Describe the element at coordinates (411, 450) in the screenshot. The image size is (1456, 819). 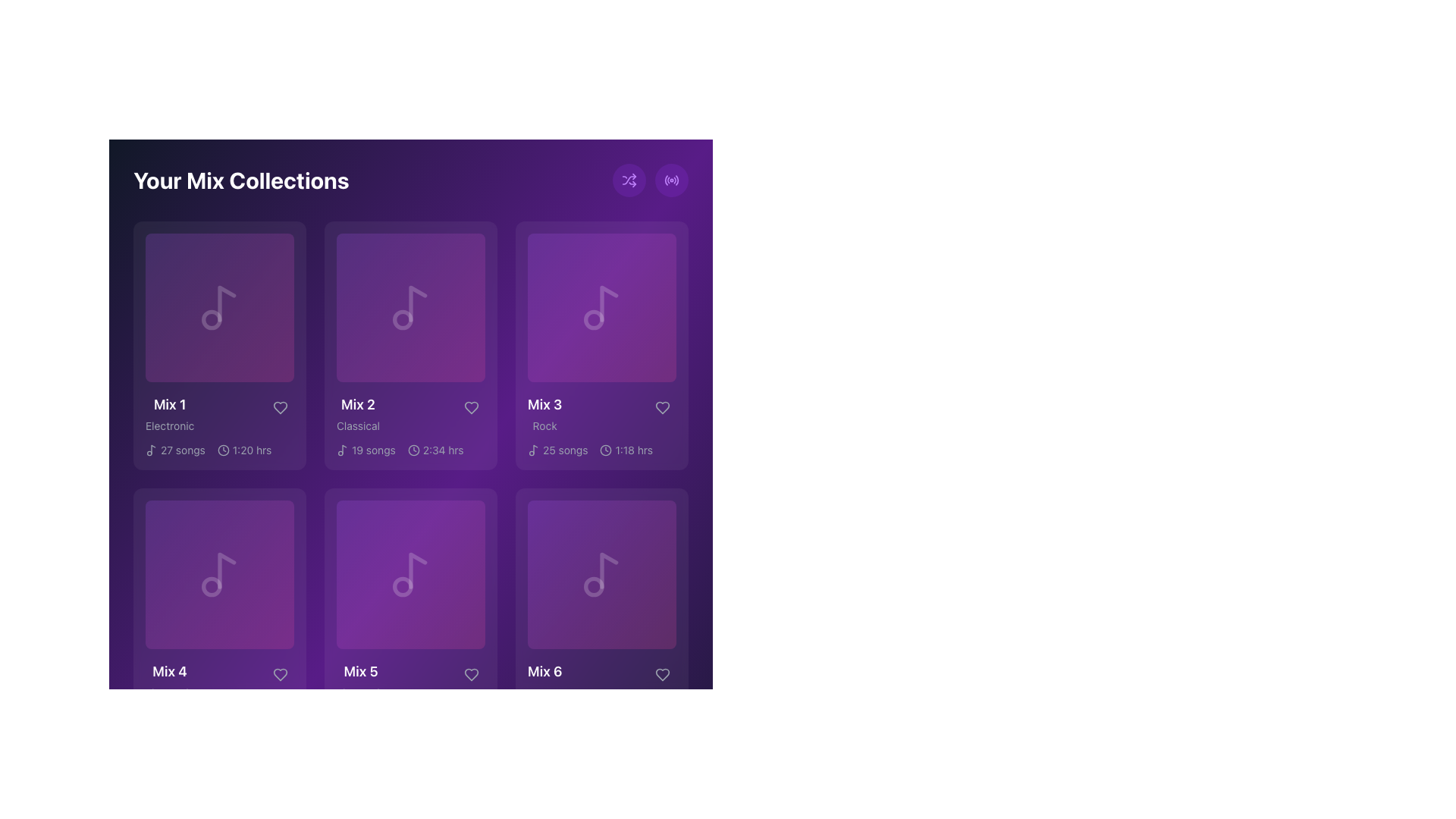
I see `the text label with icons that displays information about the number of songs and duration of the playlist for 'Mix 2', located at the bottom section of the card` at that location.